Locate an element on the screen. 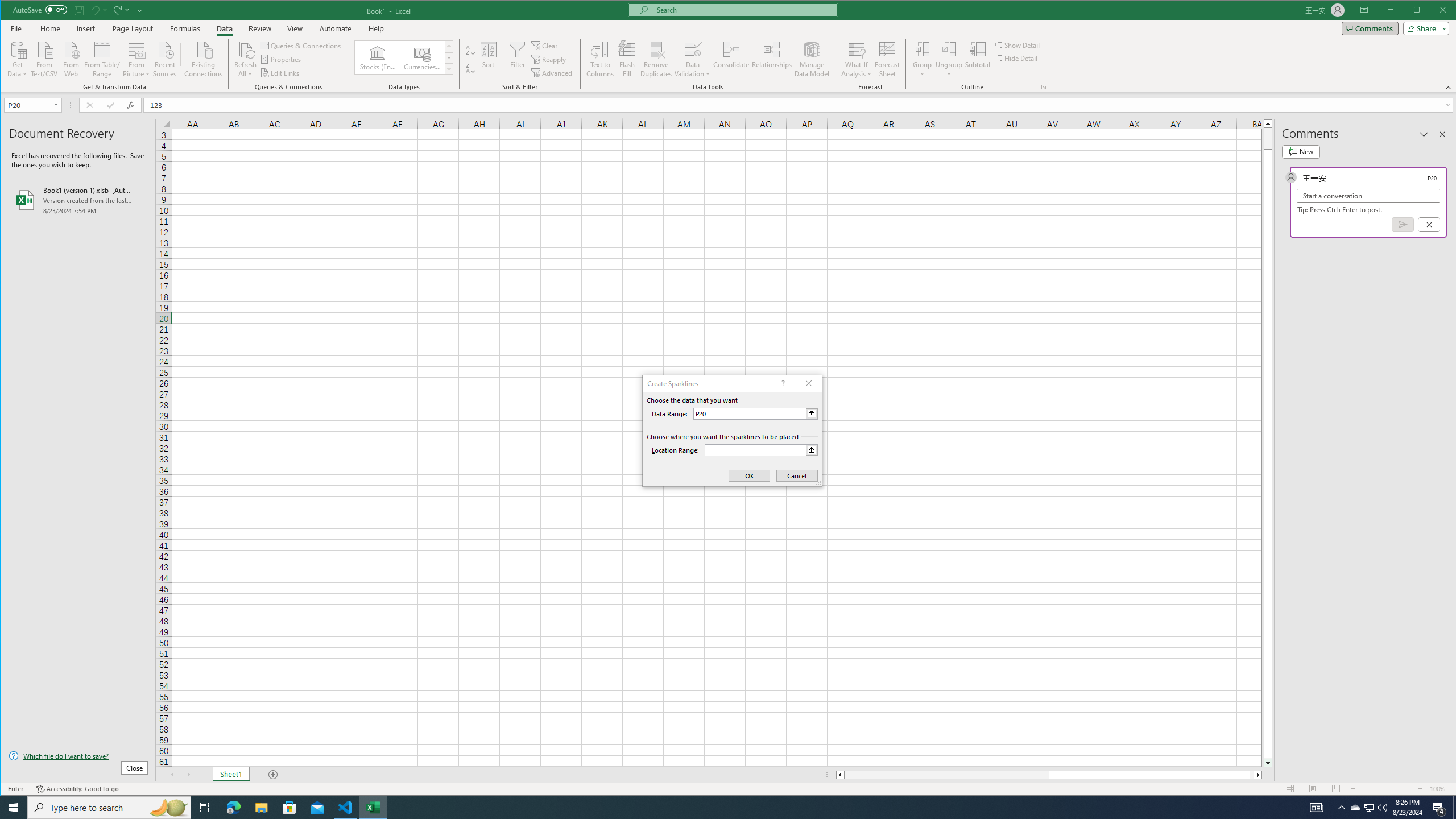 The image size is (1456, 819). 'Consolidate...' is located at coordinates (731, 59).